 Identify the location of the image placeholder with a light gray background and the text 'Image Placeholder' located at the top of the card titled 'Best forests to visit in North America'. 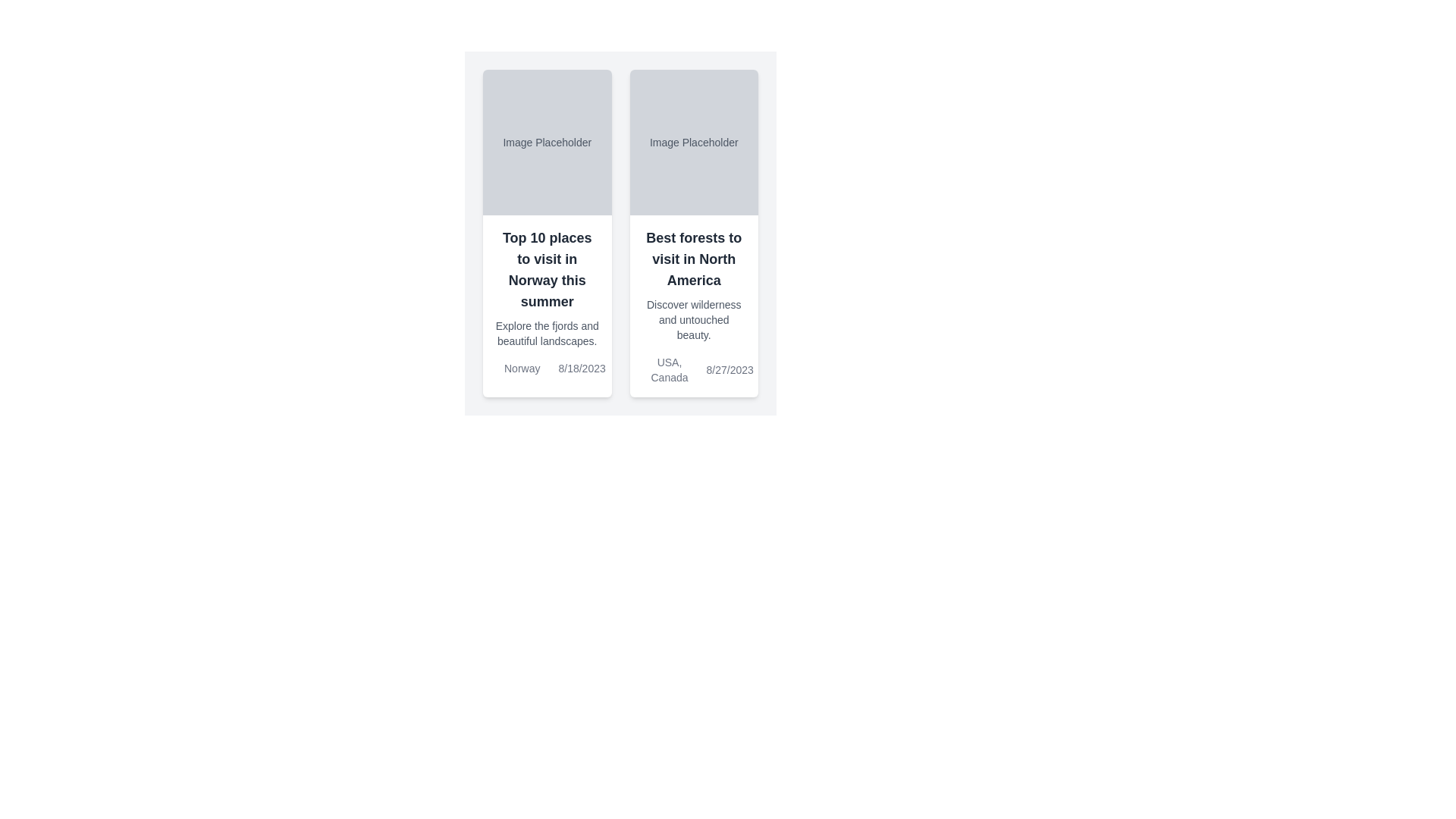
(693, 143).